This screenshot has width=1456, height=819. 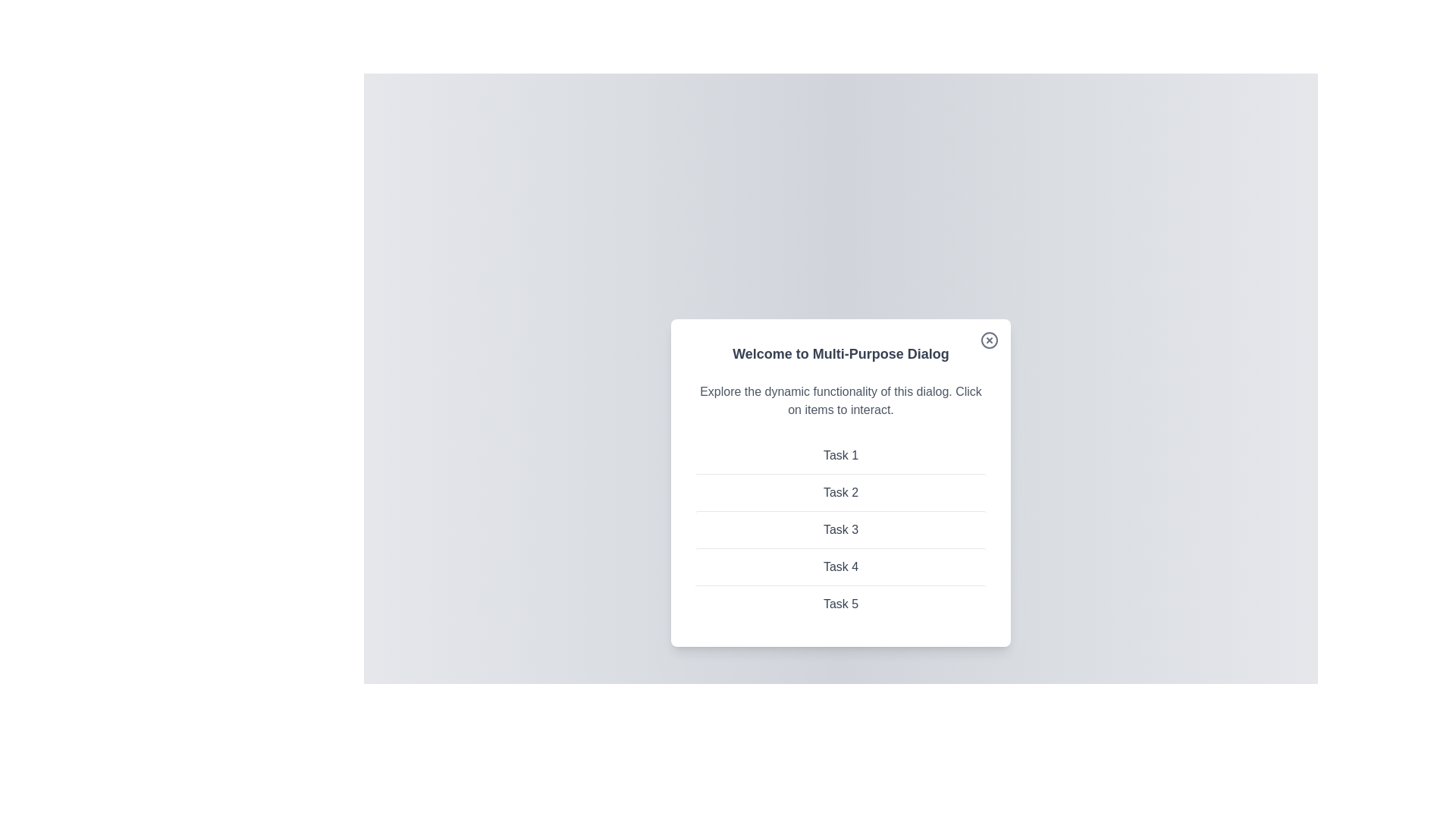 I want to click on the item Task 4 from the list, so click(x=839, y=566).